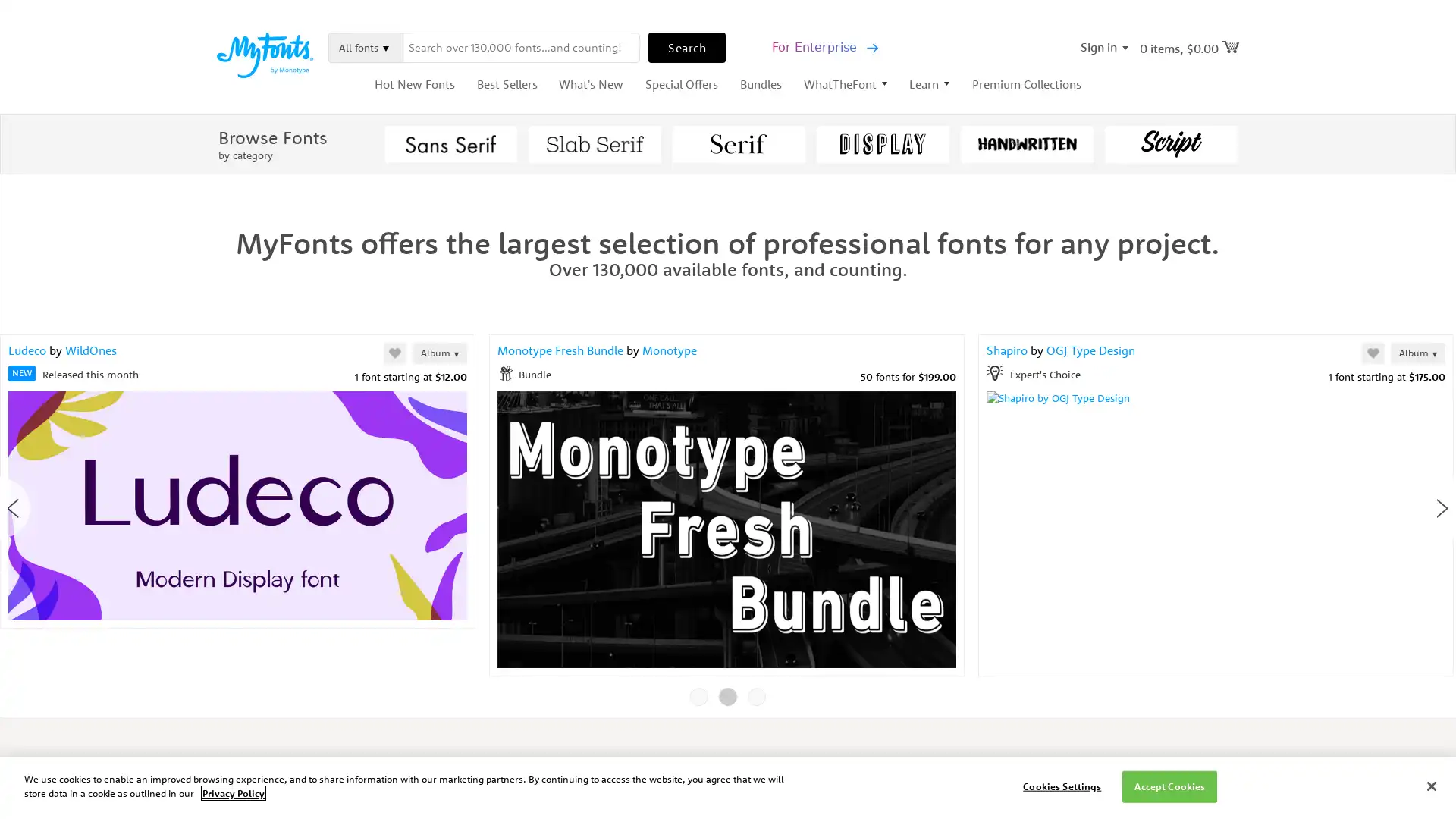  Describe the element at coordinates (686, 45) in the screenshot. I see `Search` at that location.